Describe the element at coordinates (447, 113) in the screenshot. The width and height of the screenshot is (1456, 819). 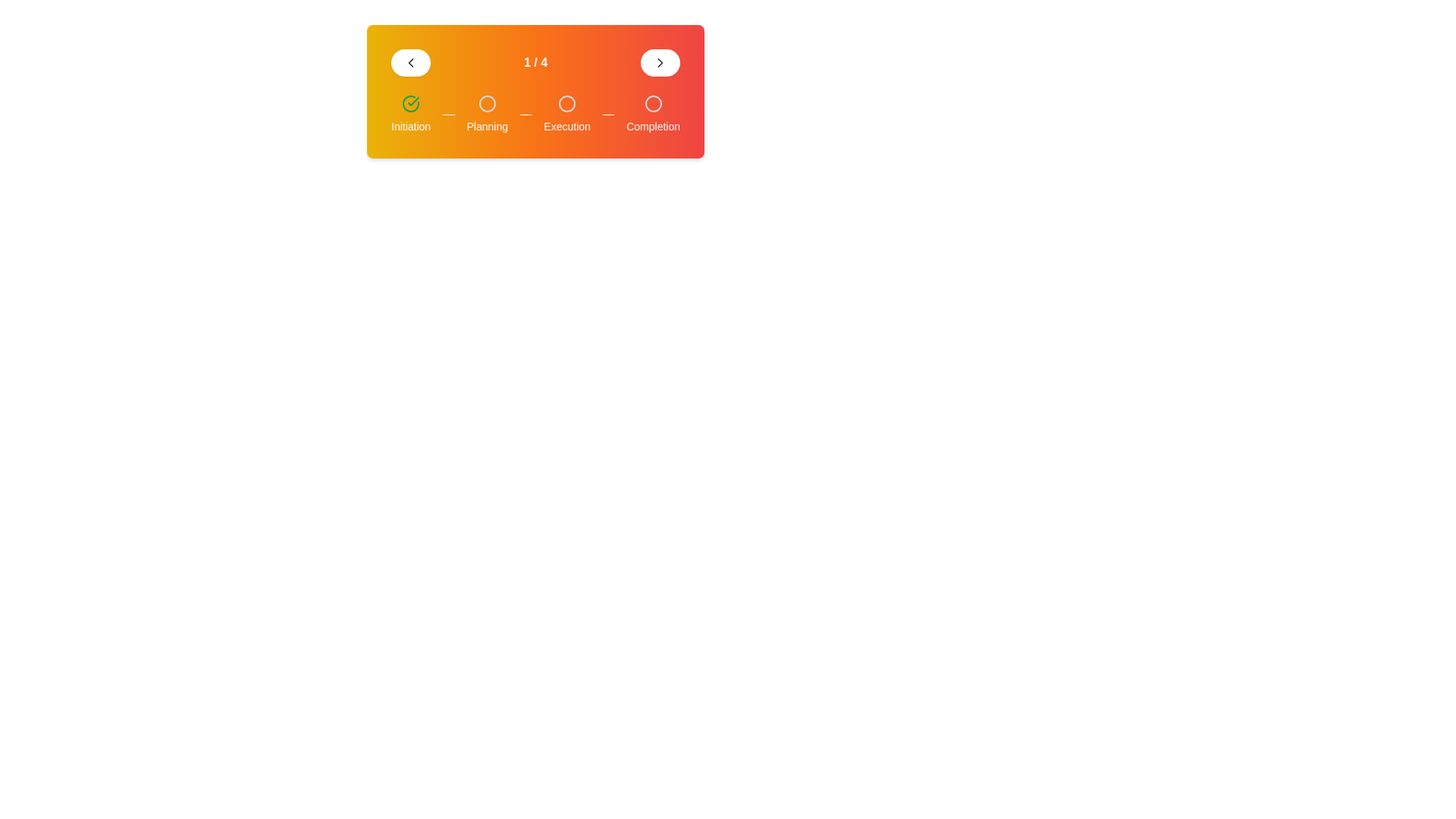
I see `the horizontal divider line that visually represents progression between the 'Initiation' and 'Planning' labels in the sequence` at that location.